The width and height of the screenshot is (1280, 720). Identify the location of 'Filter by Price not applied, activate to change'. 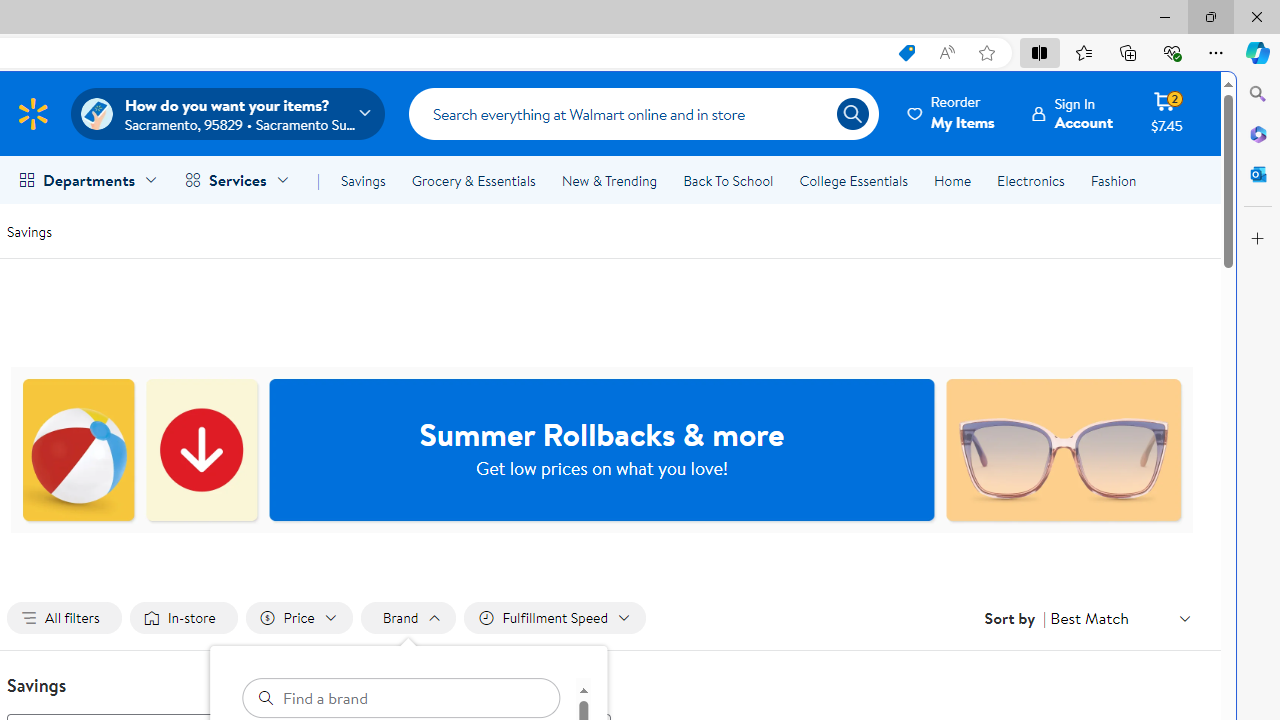
(297, 617).